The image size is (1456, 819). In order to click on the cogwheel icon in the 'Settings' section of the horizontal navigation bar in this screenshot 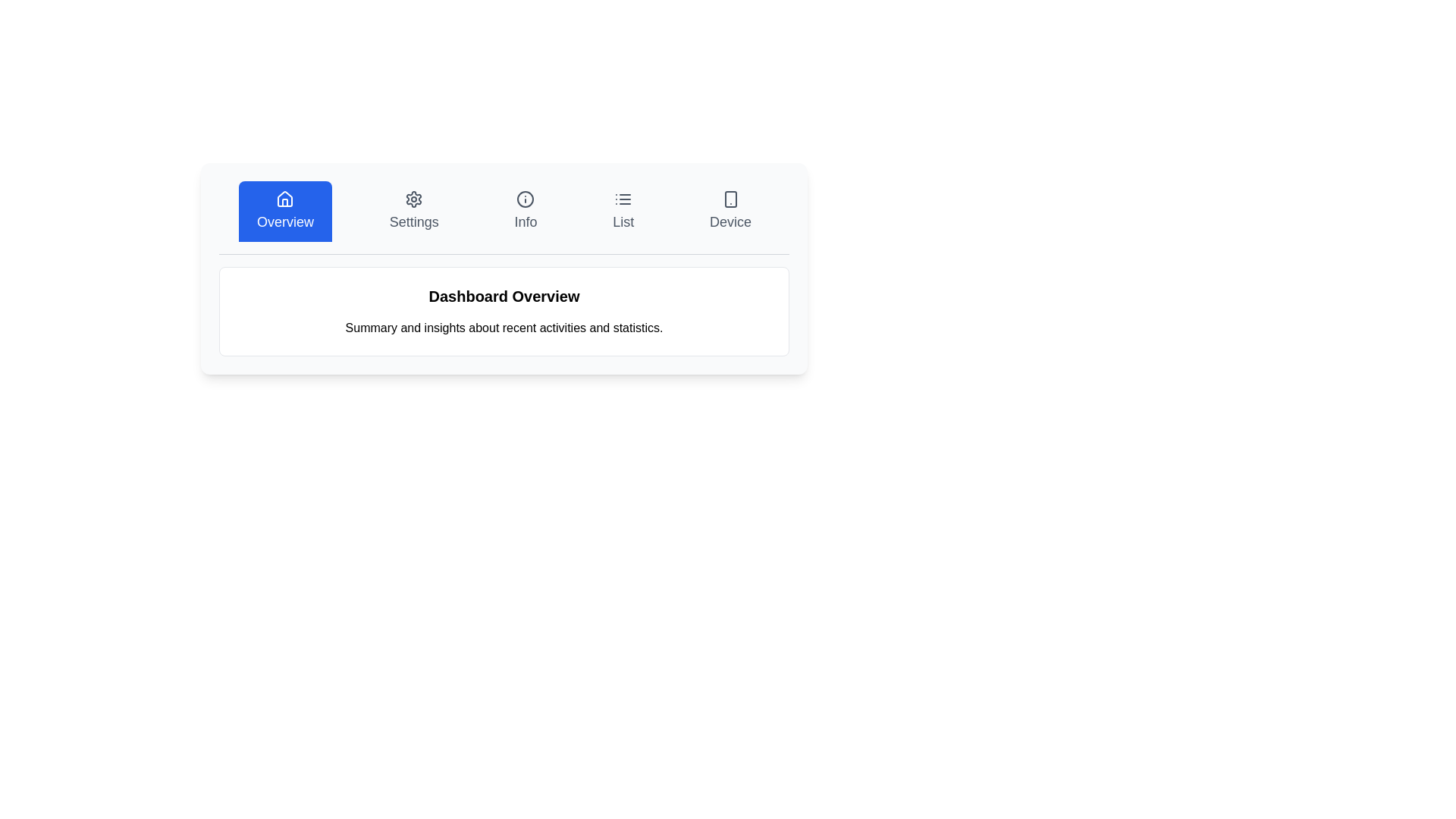, I will do `click(414, 198)`.